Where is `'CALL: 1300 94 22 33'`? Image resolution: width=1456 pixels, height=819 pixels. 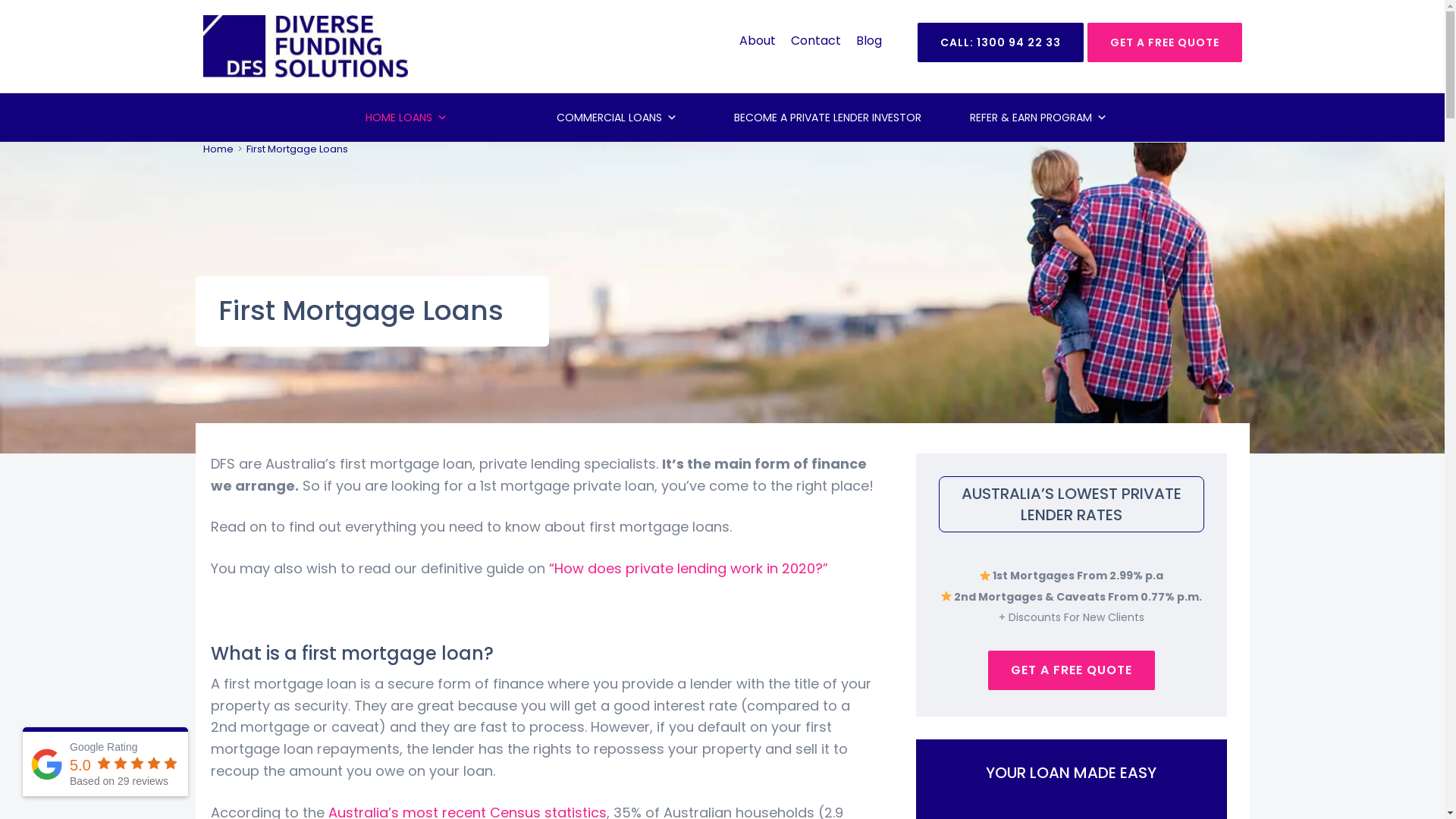
'CALL: 1300 94 22 33' is located at coordinates (1000, 42).